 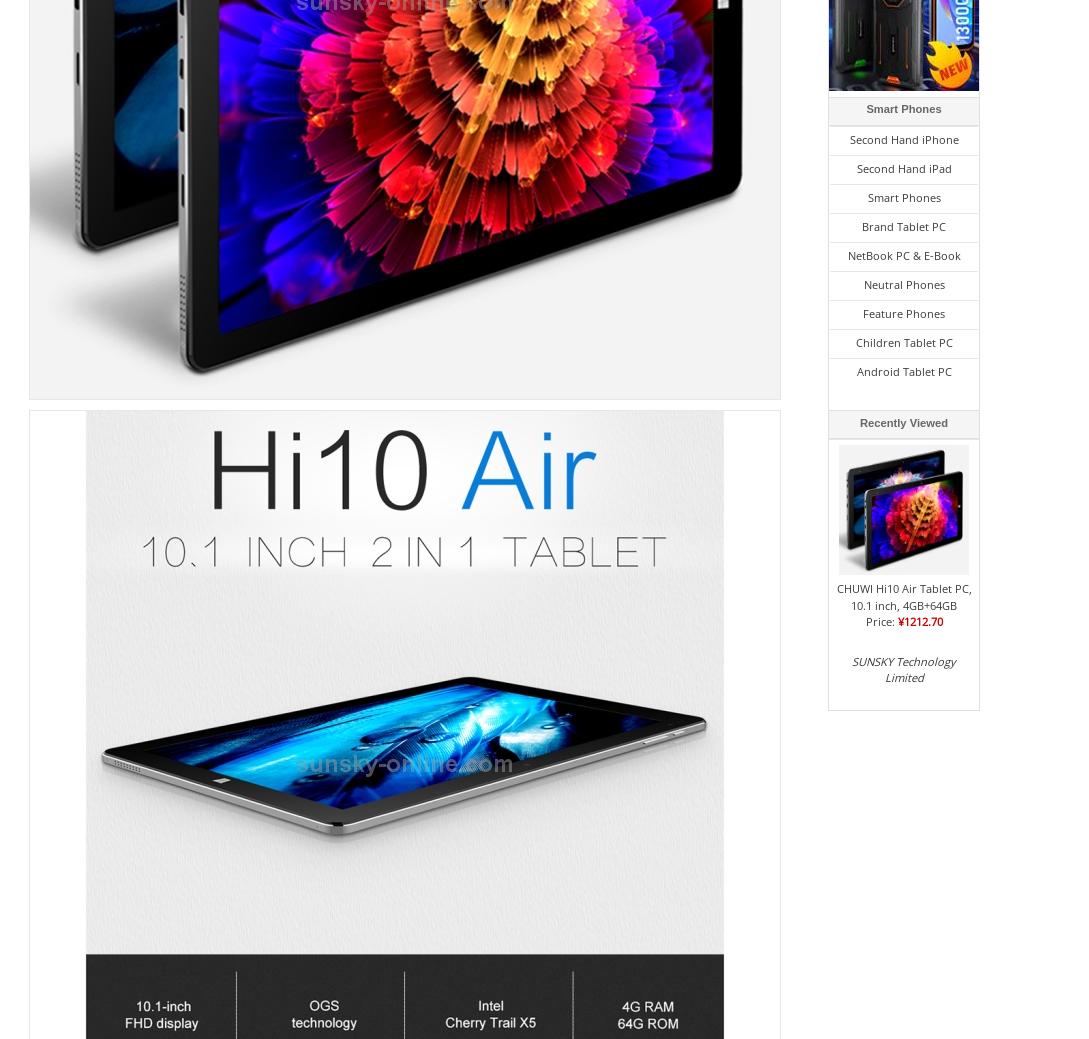 I want to click on 'Android Tablet PC', so click(x=903, y=370).